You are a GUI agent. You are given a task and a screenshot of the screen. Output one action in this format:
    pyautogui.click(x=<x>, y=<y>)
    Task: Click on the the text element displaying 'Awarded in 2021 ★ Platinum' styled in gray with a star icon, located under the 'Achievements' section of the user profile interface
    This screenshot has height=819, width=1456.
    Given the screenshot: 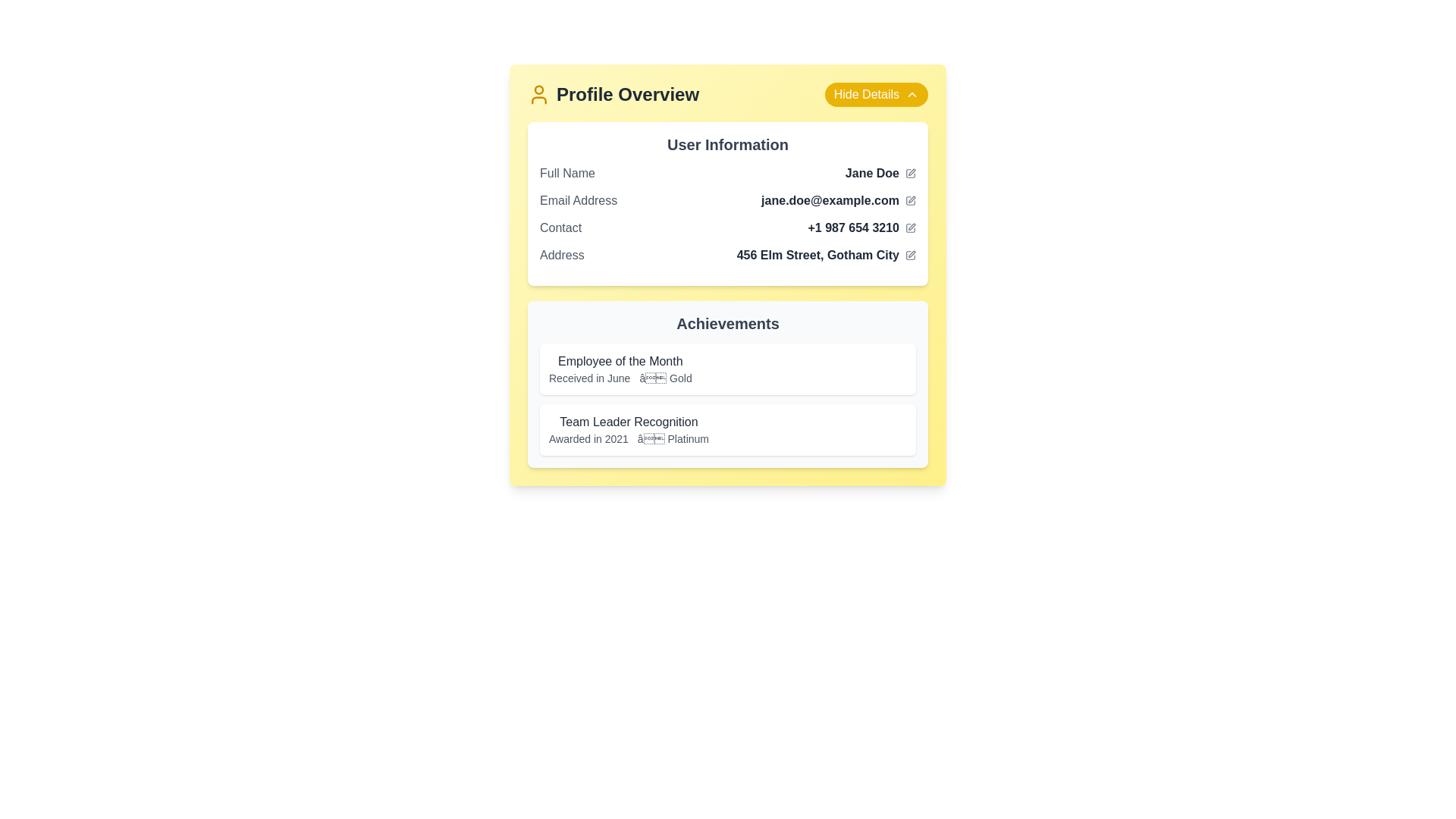 What is the action you would take?
    pyautogui.click(x=629, y=438)
    